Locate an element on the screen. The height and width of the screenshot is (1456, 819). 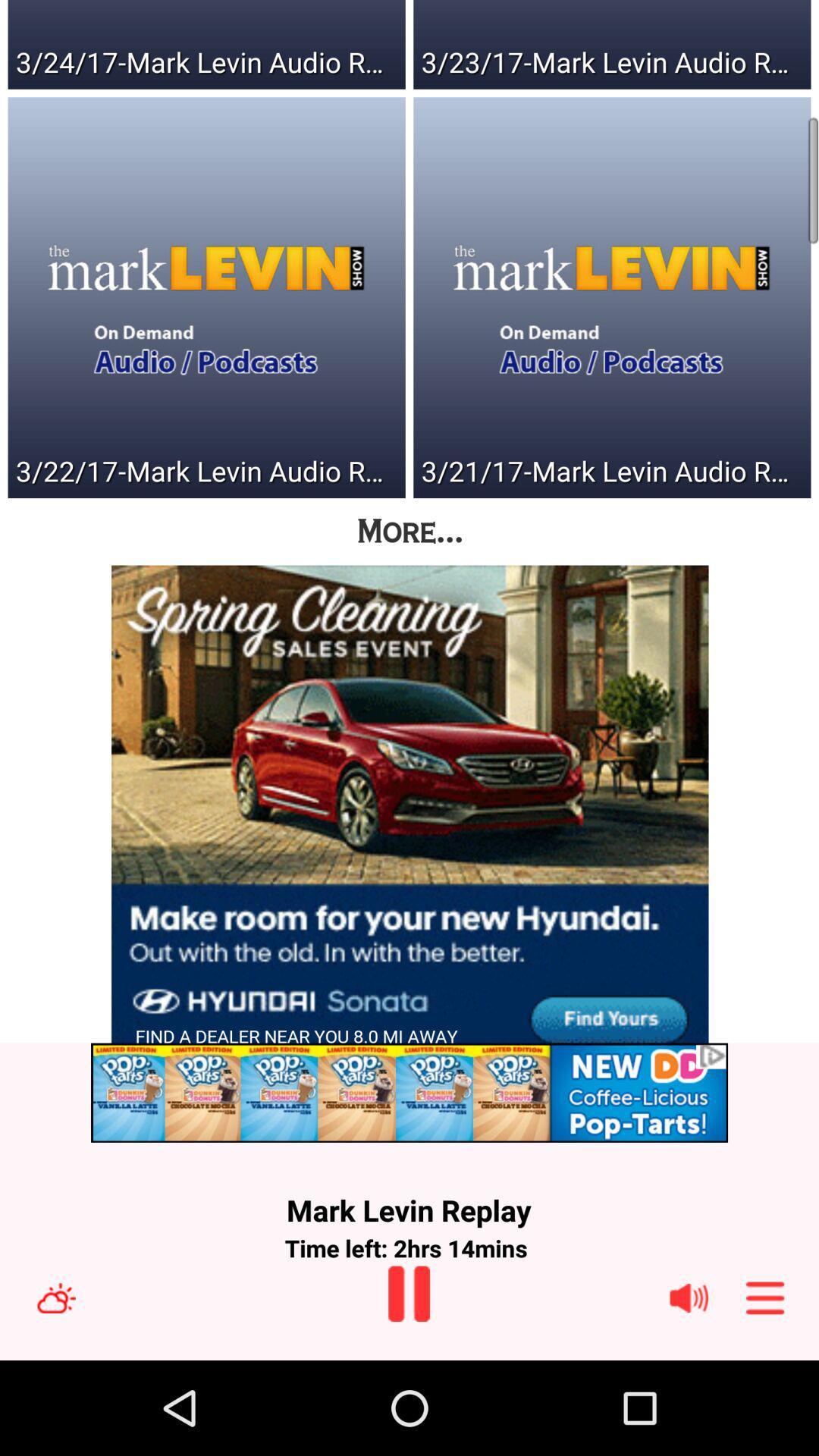
the pause icon is located at coordinates (408, 1385).